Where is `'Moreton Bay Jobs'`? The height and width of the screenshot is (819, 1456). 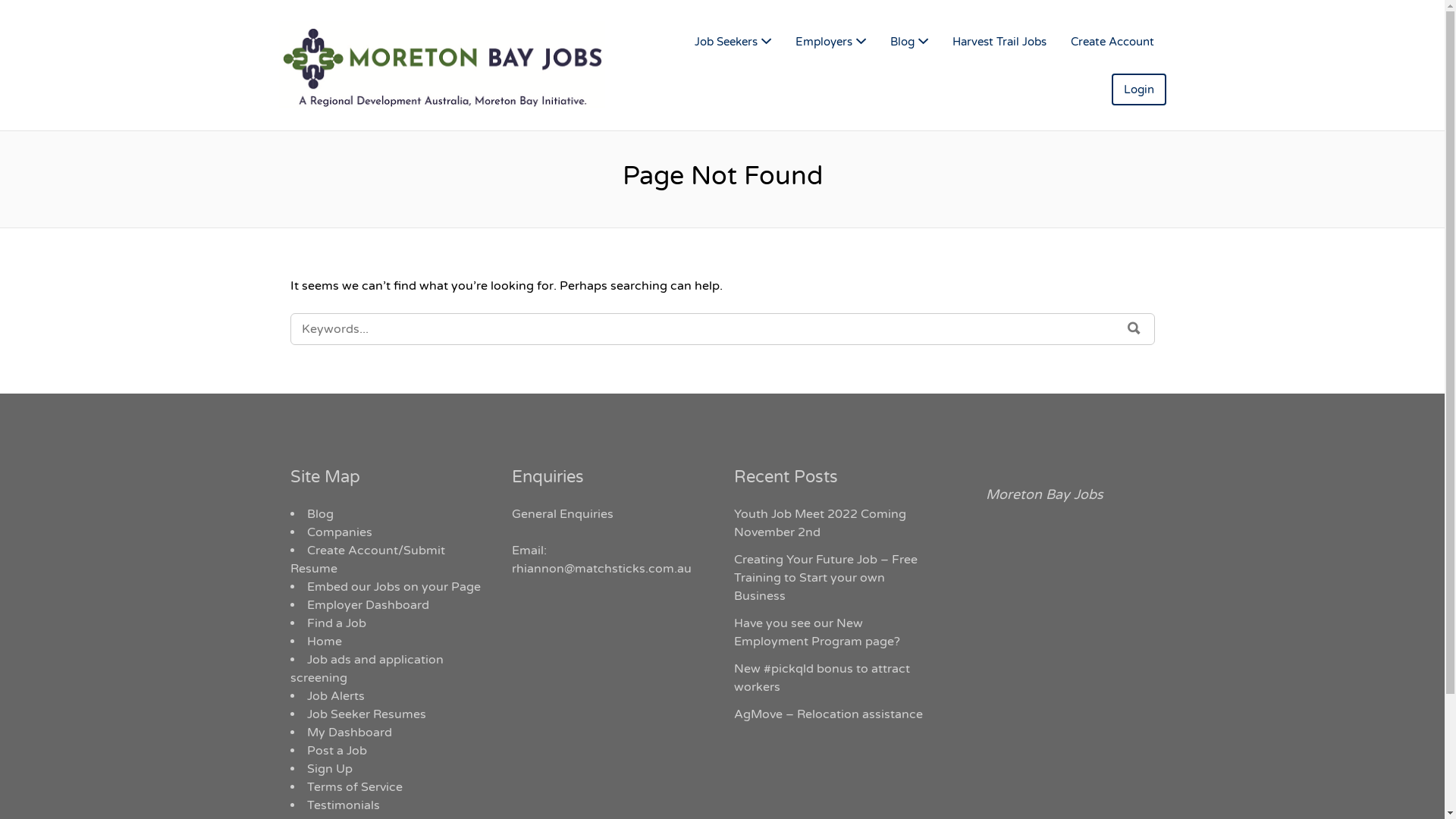 'Moreton Bay Jobs' is located at coordinates (1043, 494).